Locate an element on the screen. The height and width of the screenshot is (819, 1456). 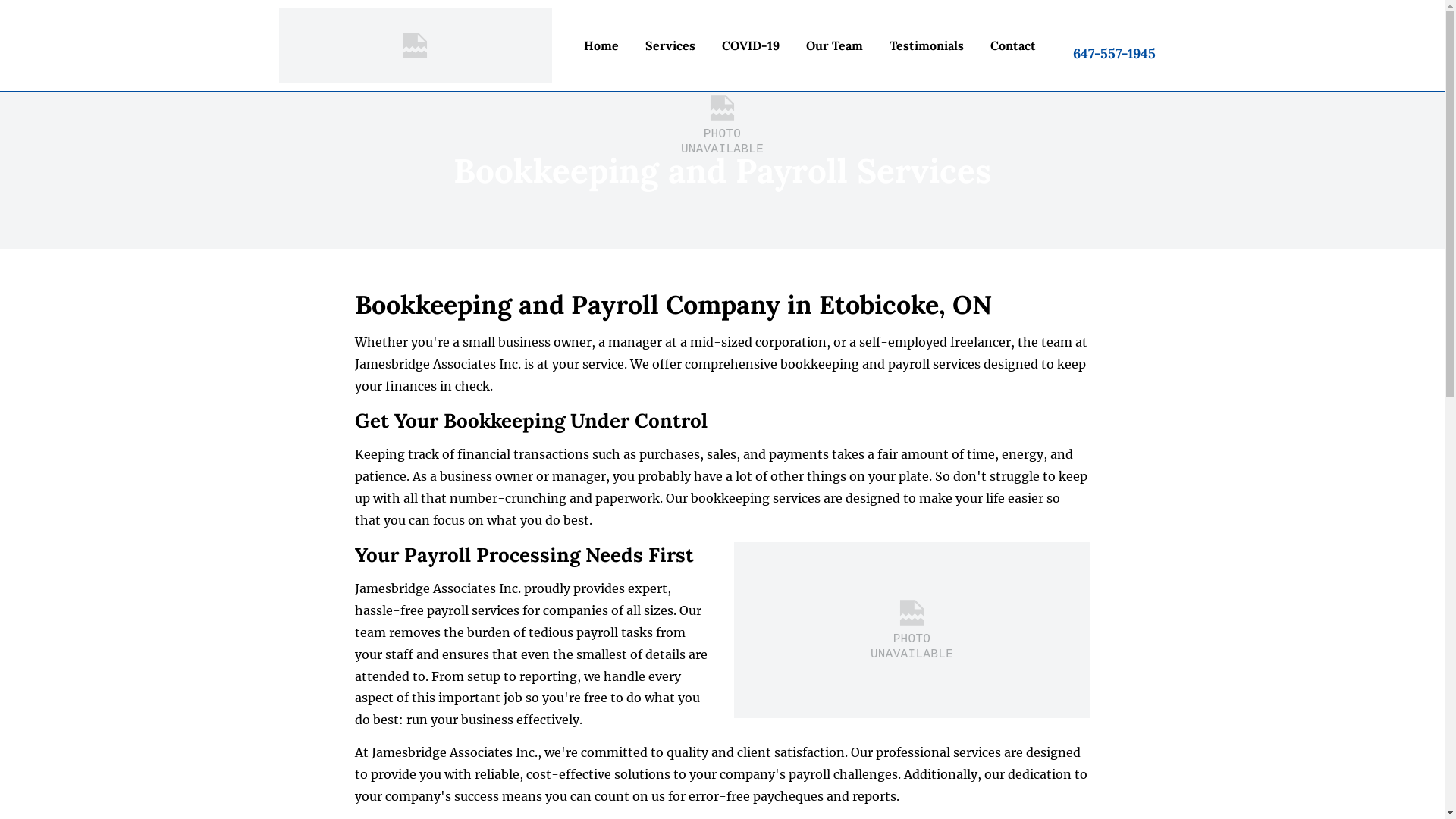
'Testimonials' is located at coordinates (880, 45).